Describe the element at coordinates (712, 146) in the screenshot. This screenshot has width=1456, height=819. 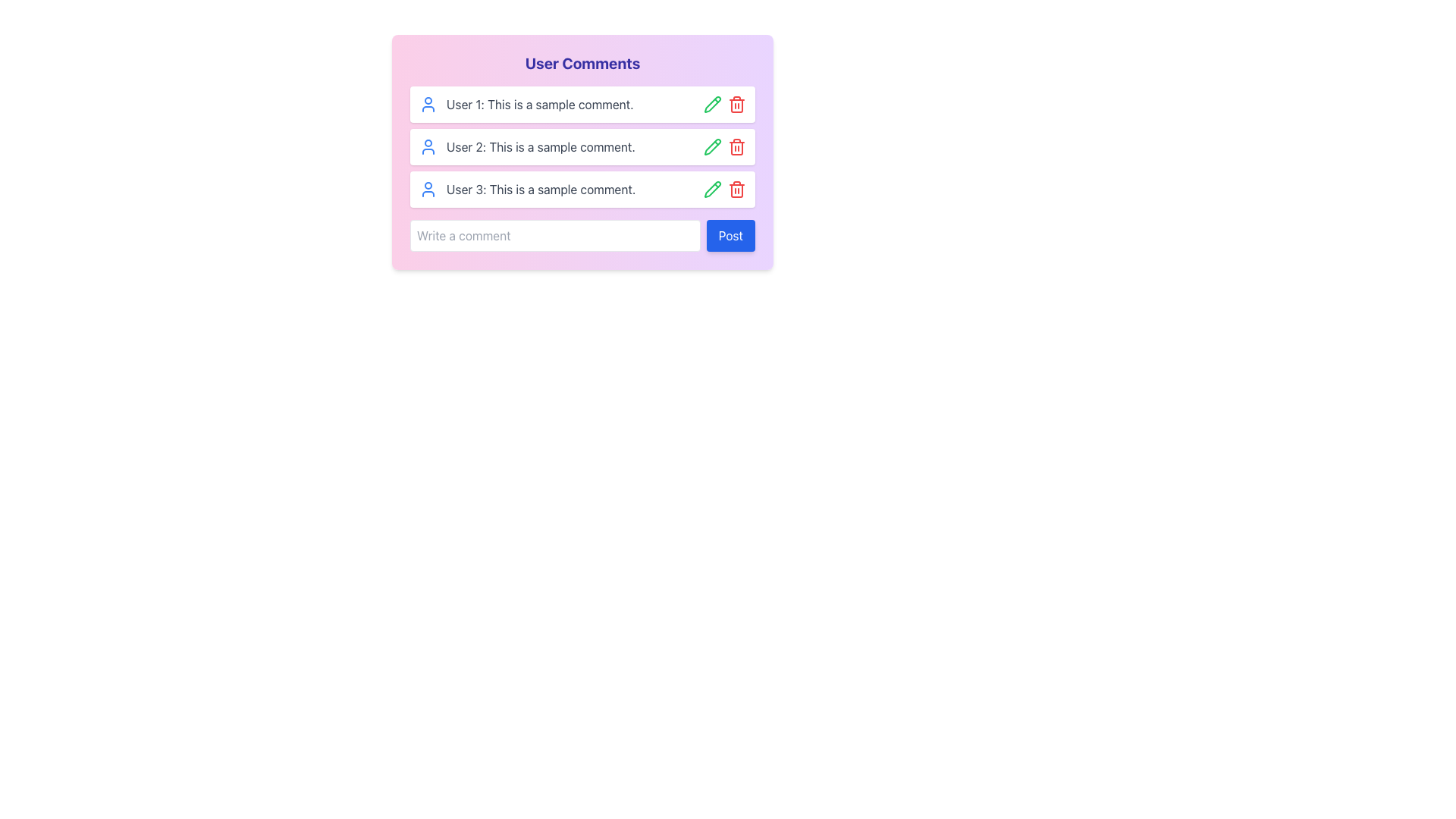
I see `the green pencil icon button next to User 1's comment` at that location.